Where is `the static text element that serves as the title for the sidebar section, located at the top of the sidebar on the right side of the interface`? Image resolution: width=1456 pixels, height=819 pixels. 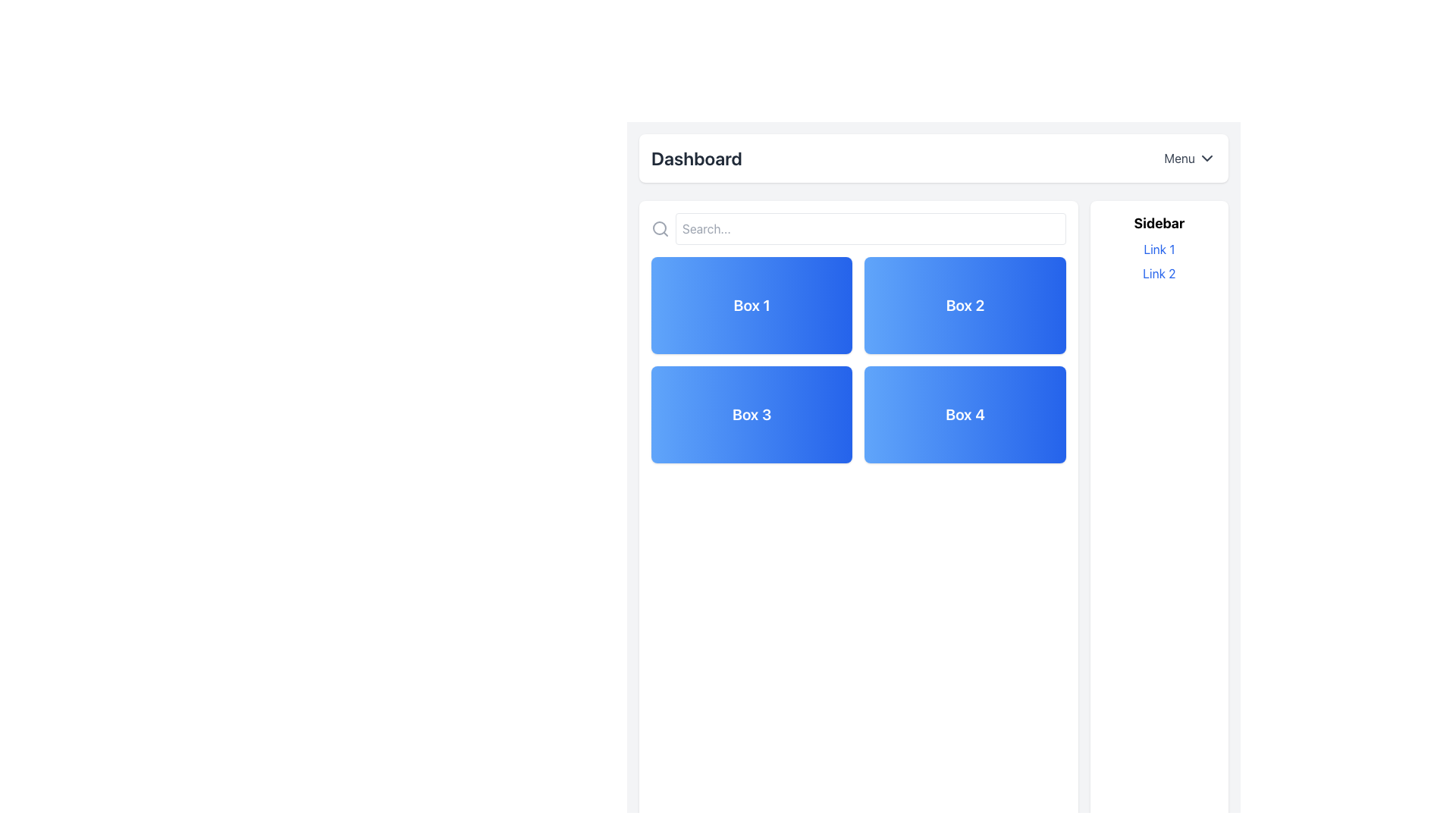
the static text element that serves as the title for the sidebar section, located at the top of the sidebar on the right side of the interface is located at coordinates (1158, 223).